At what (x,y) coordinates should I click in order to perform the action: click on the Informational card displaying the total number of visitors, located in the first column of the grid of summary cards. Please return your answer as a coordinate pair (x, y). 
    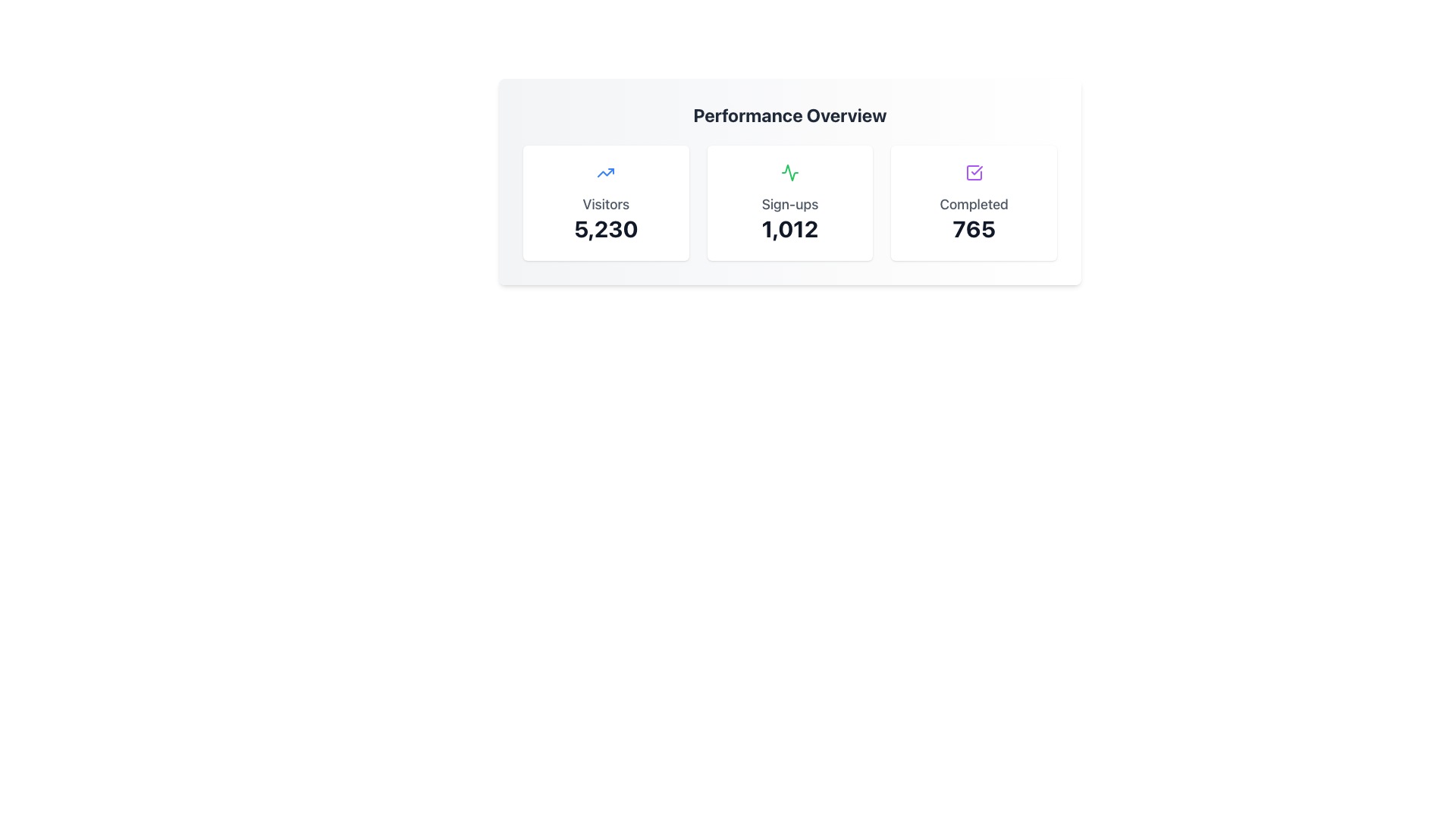
    Looking at the image, I should click on (605, 202).